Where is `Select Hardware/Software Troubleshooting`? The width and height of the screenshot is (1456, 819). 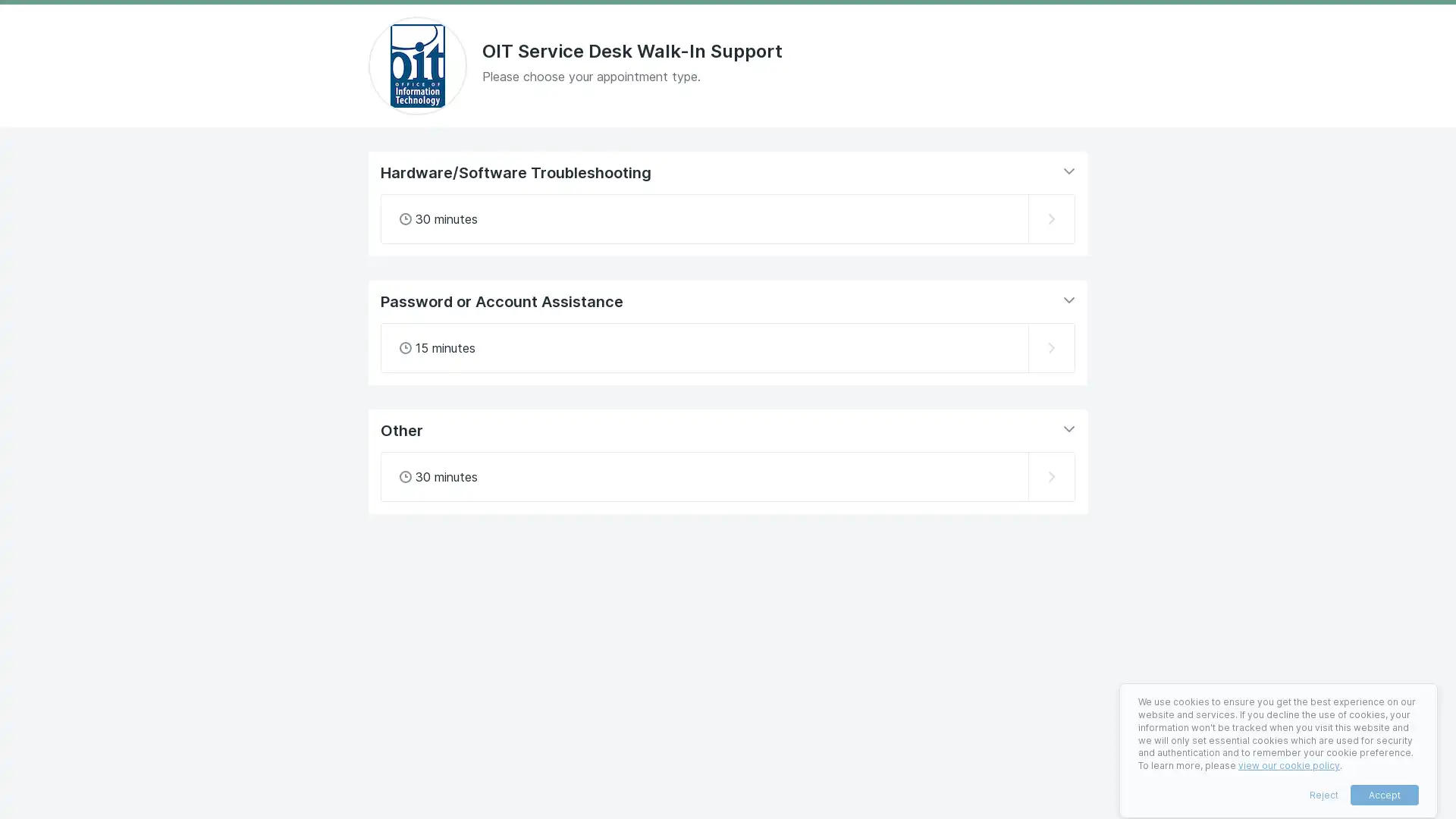
Select Hardware/Software Troubleshooting is located at coordinates (728, 219).